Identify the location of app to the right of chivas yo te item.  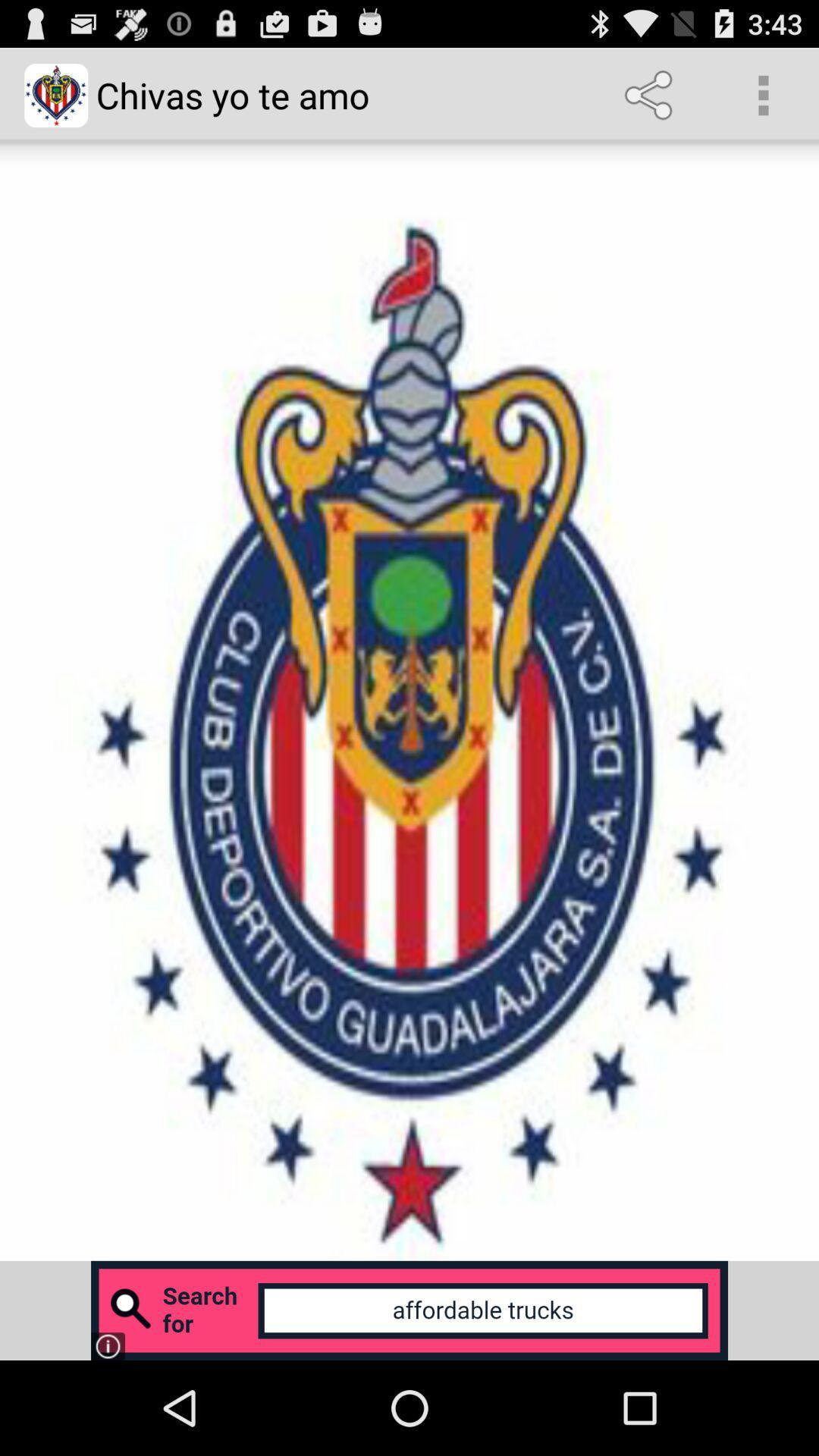
(651, 94).